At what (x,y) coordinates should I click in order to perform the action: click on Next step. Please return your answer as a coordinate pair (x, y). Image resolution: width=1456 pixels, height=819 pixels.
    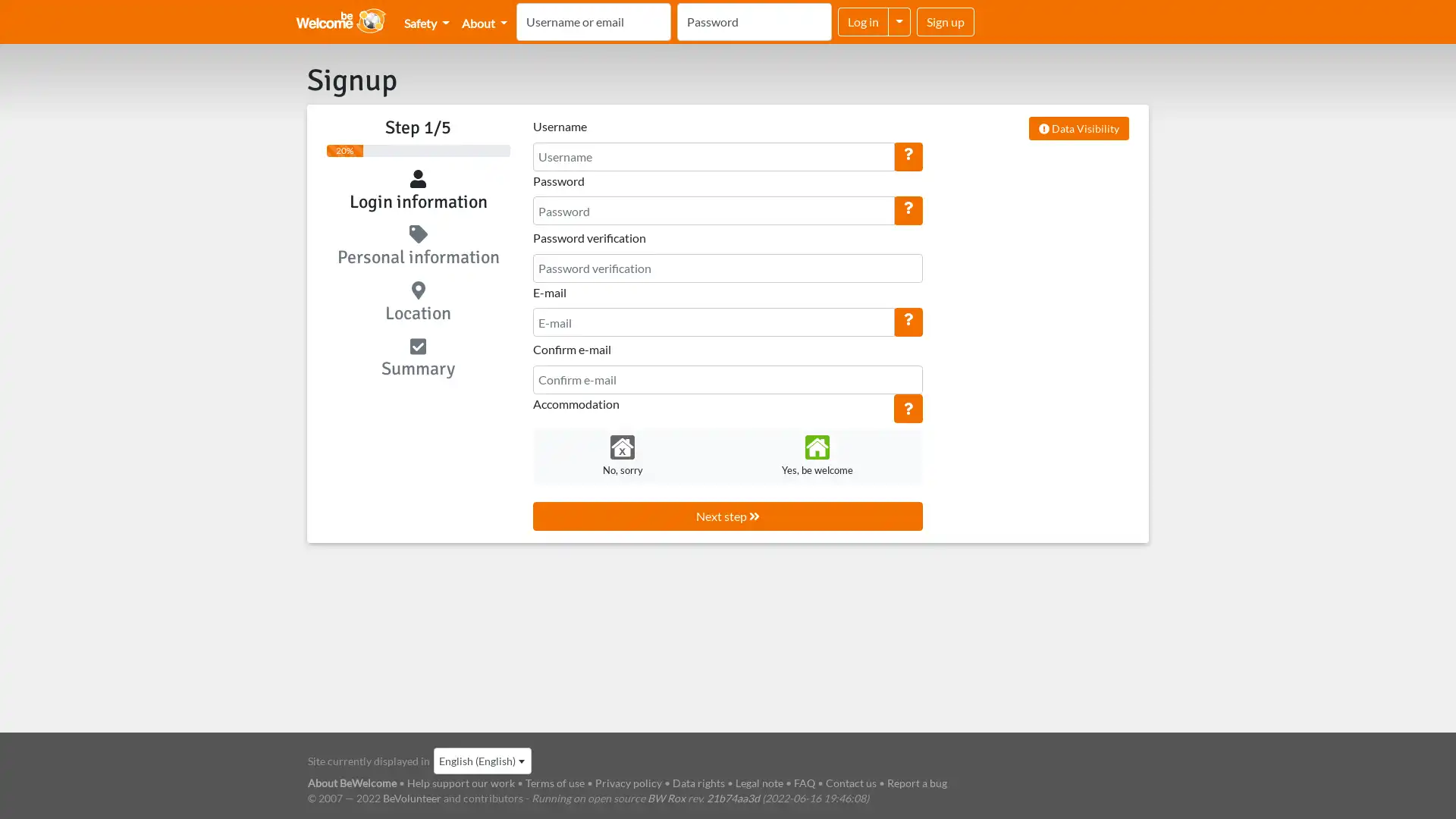
    Looking at the image, I should click on (726, 514).